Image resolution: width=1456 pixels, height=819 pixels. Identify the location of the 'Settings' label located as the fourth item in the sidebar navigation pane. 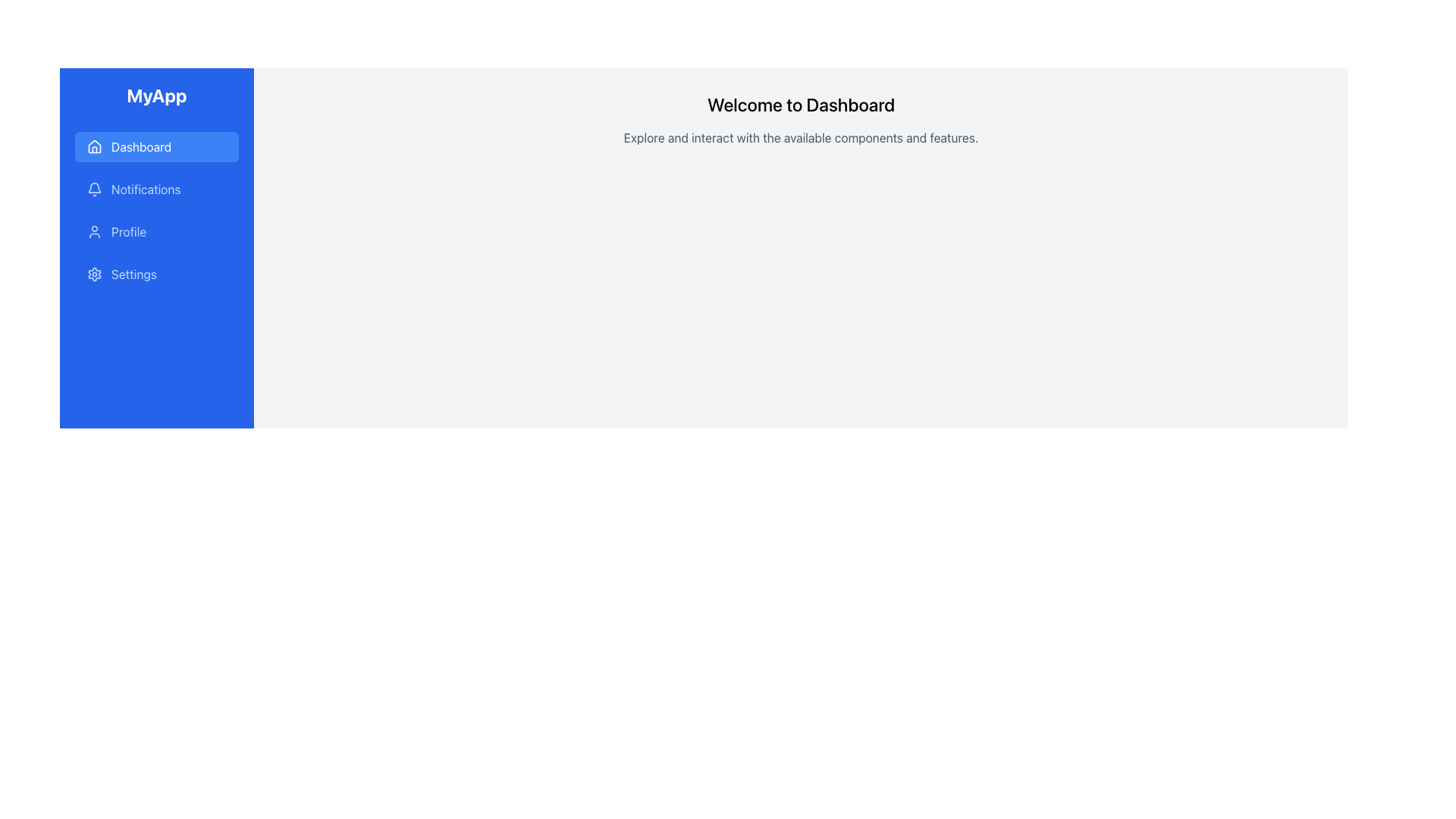
(134, 275).